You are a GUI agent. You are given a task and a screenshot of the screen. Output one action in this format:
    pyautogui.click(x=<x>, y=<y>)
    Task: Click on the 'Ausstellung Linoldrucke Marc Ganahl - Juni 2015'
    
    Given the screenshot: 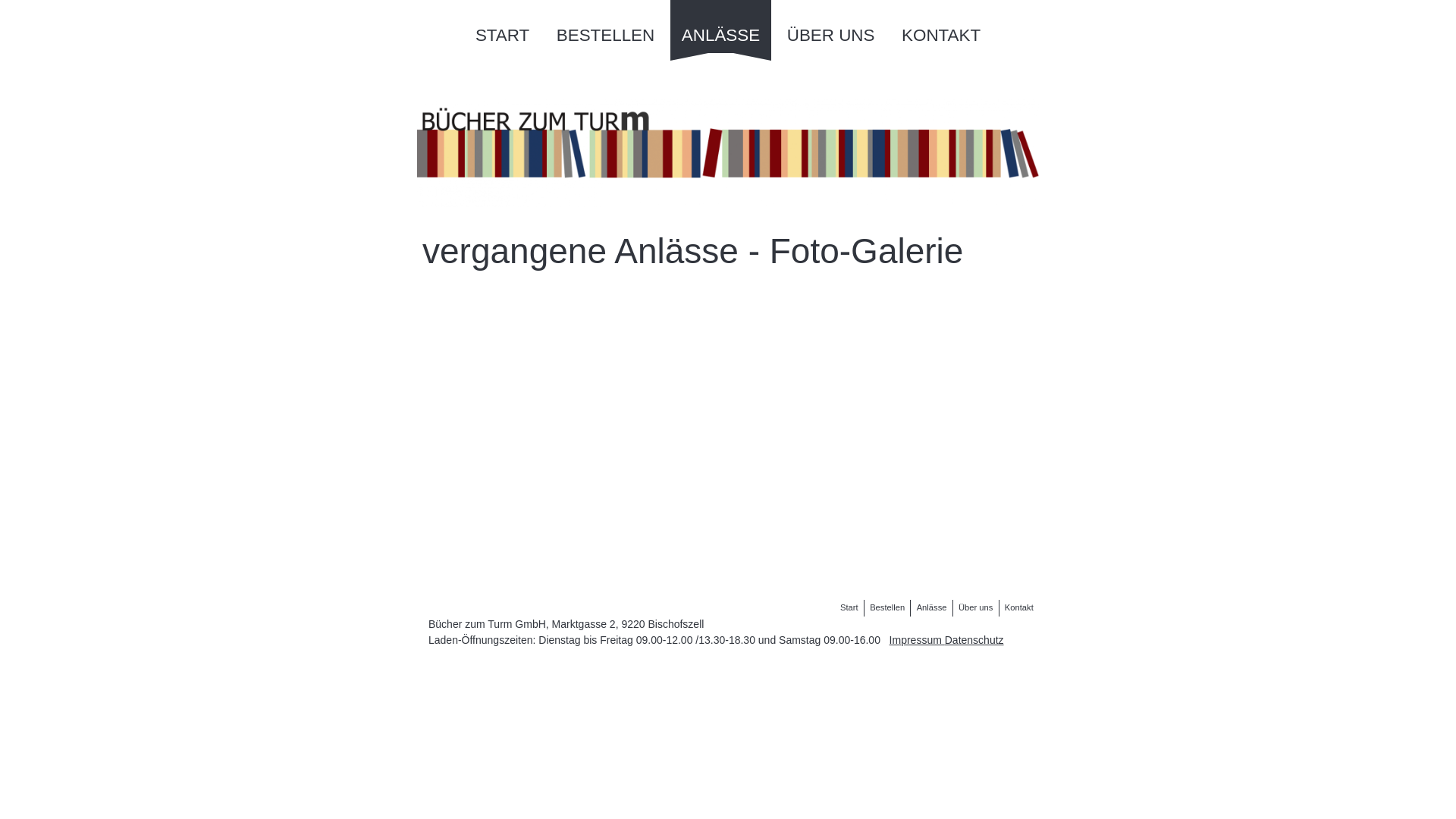 What is the action you would take?
    pyautogui.click(x=669, y=470)
    